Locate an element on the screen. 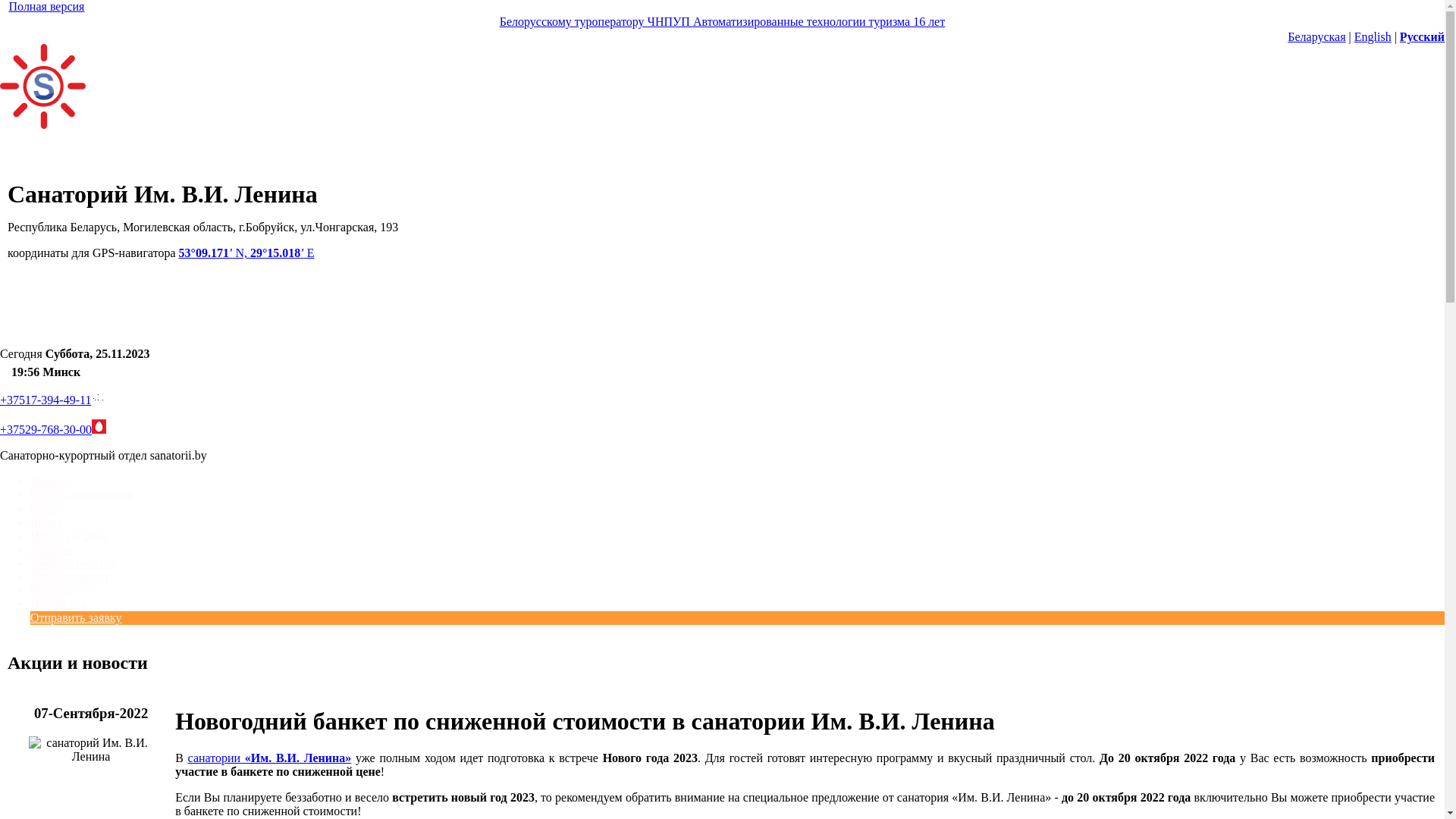  'English' is located at coordinates (1373, 36).